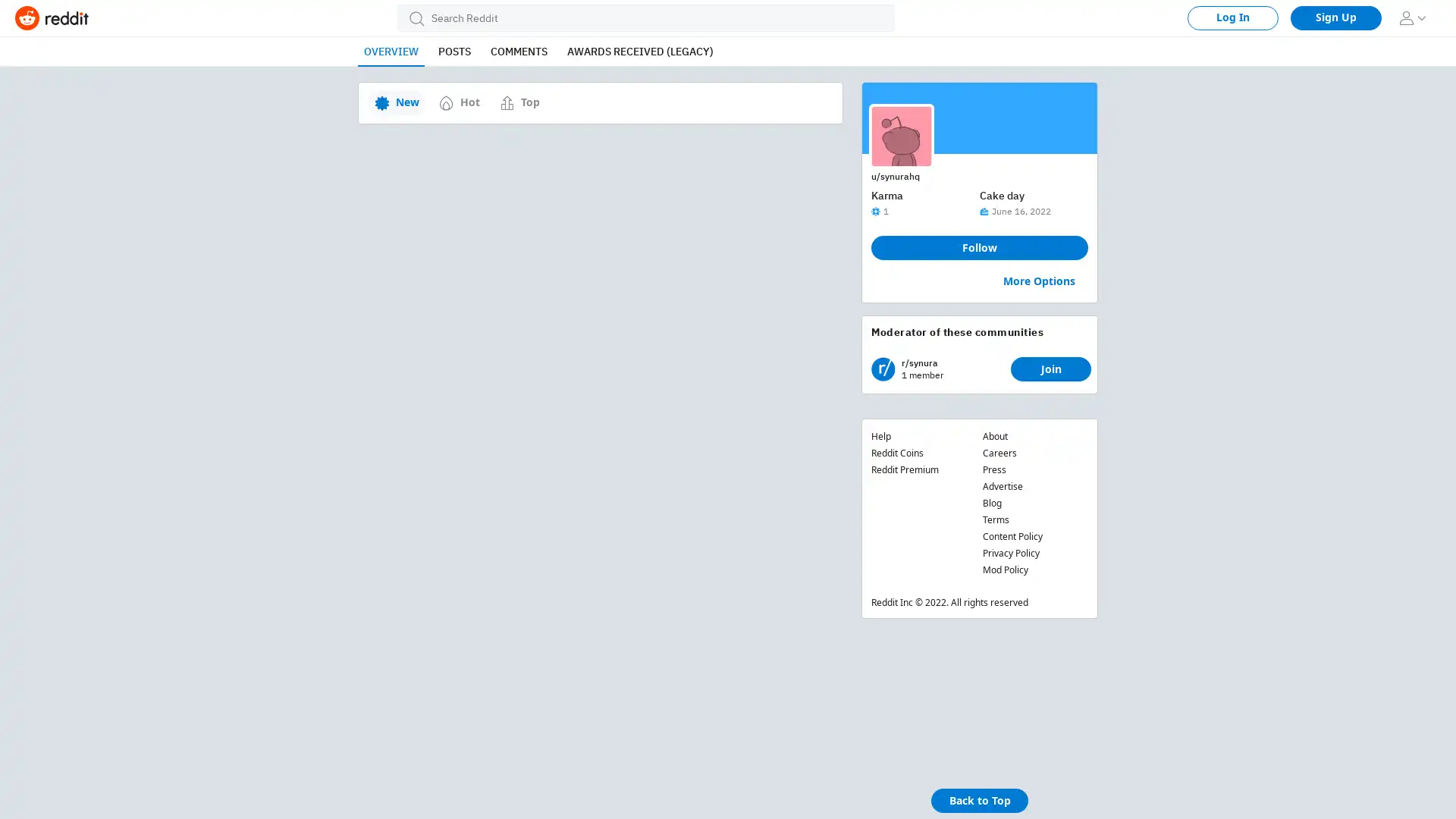  Describe the element at coordinates (1335, 17) in the screenshot. I see `Sign Up` at that location.